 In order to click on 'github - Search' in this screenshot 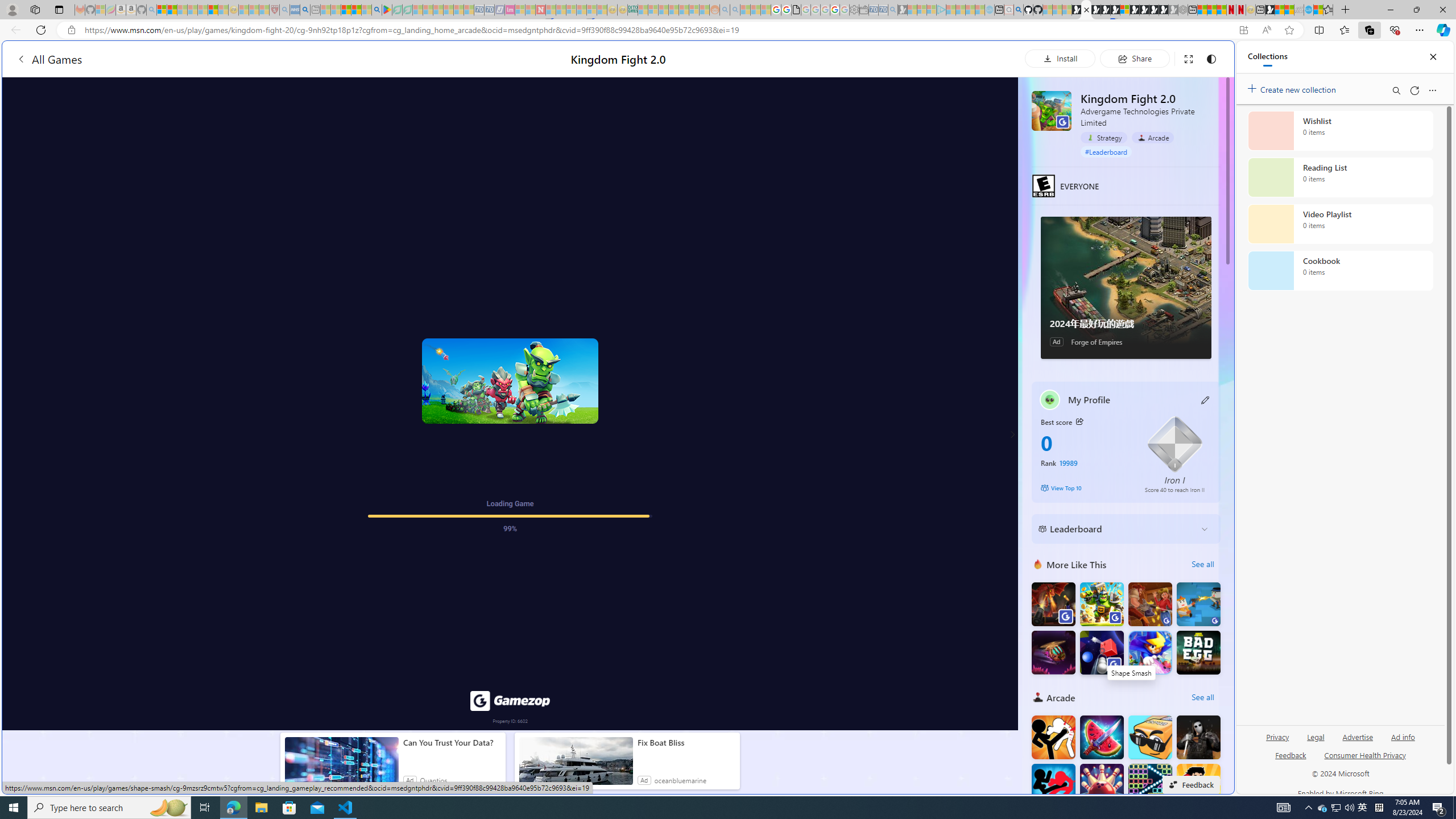, I will do `click(1017, 9)`.